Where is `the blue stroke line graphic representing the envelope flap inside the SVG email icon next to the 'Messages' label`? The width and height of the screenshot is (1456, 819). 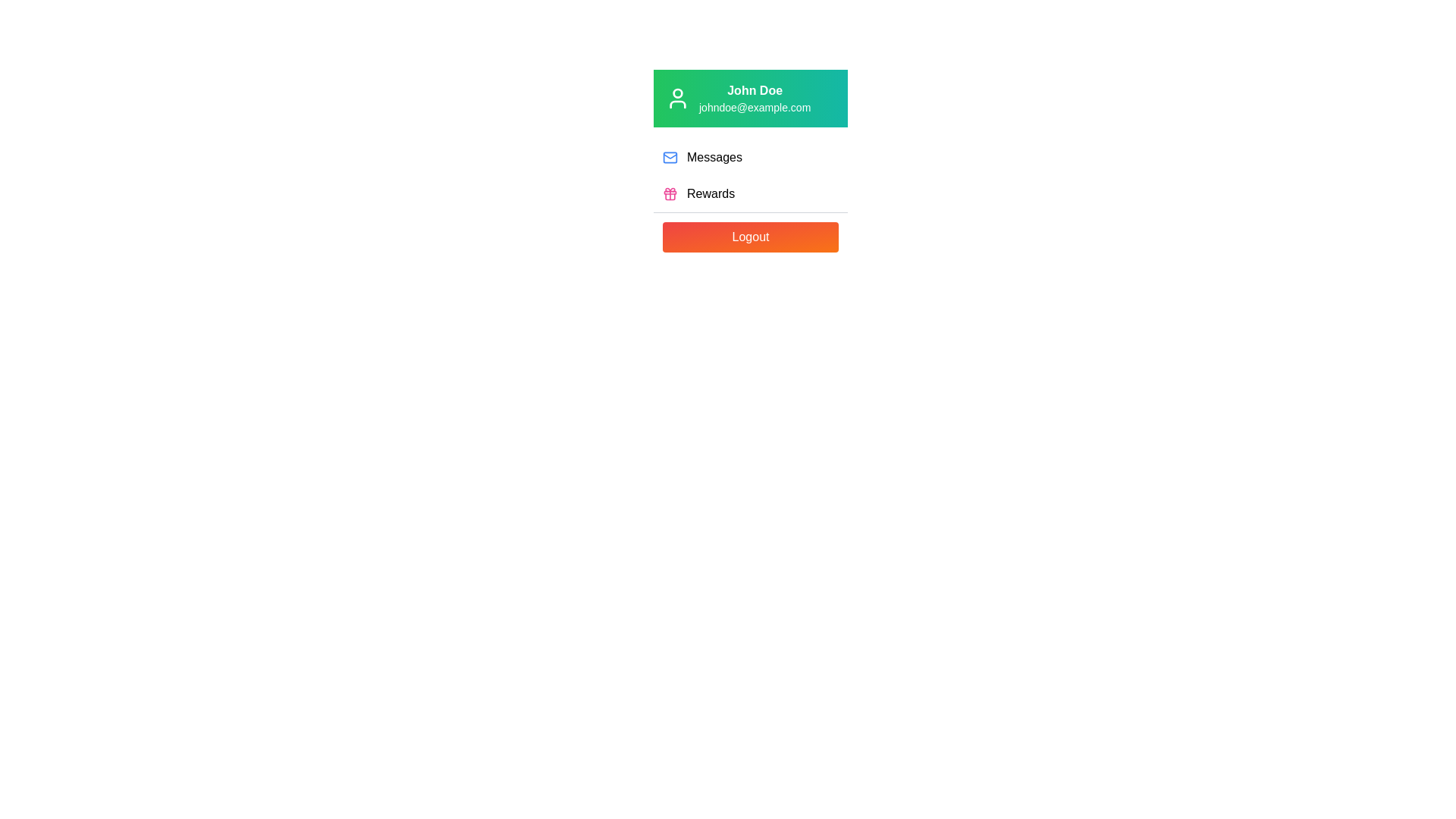
the blue stroke line graphic representing the envelope flap inside the SVG email icon next to the 'Messages' label is located at coordinates (669, 155).